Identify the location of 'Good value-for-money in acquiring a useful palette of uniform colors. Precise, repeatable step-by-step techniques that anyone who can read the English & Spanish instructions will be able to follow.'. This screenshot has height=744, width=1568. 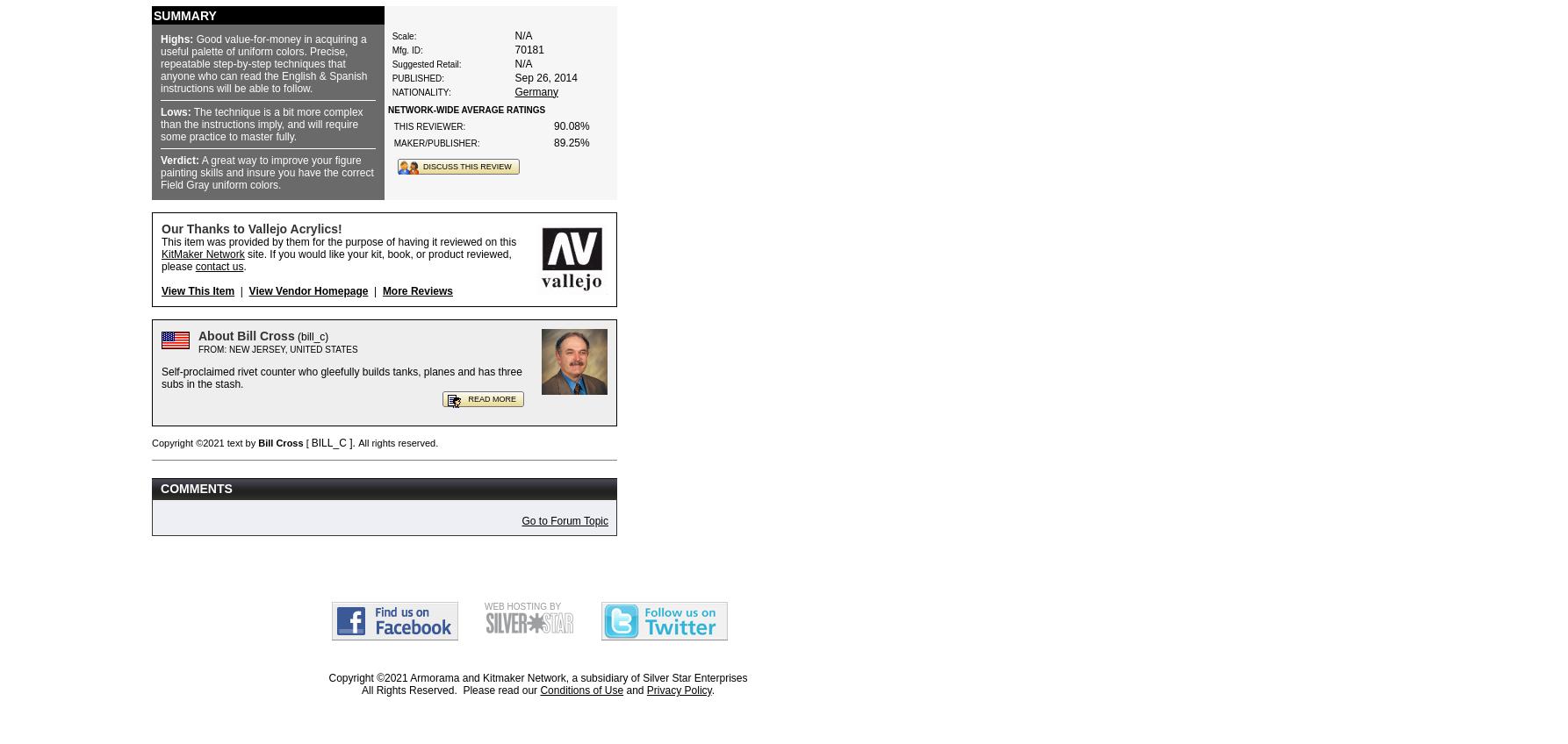
(263, 64).